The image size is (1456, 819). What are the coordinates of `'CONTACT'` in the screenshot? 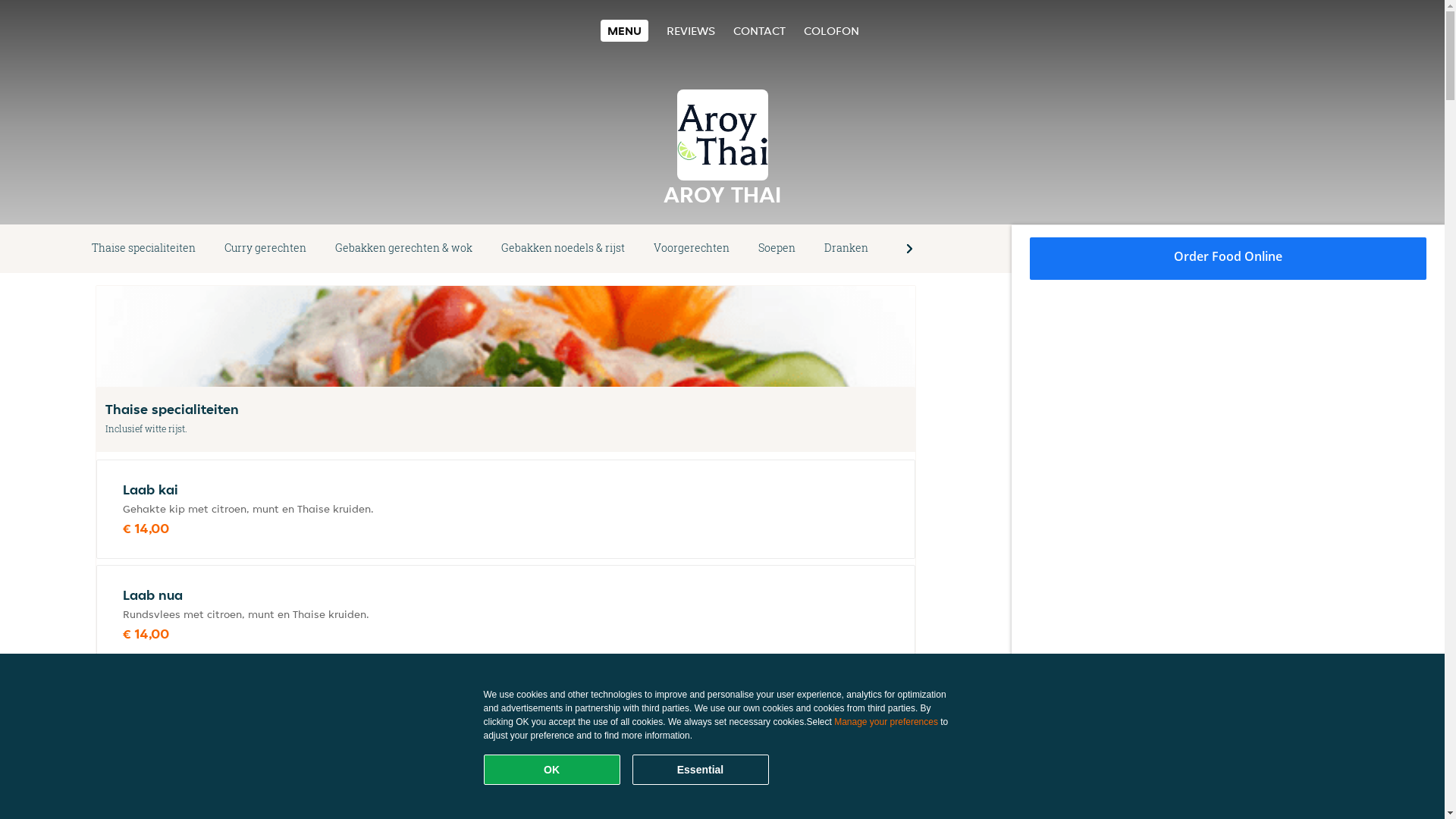 It's located at (759, 30).